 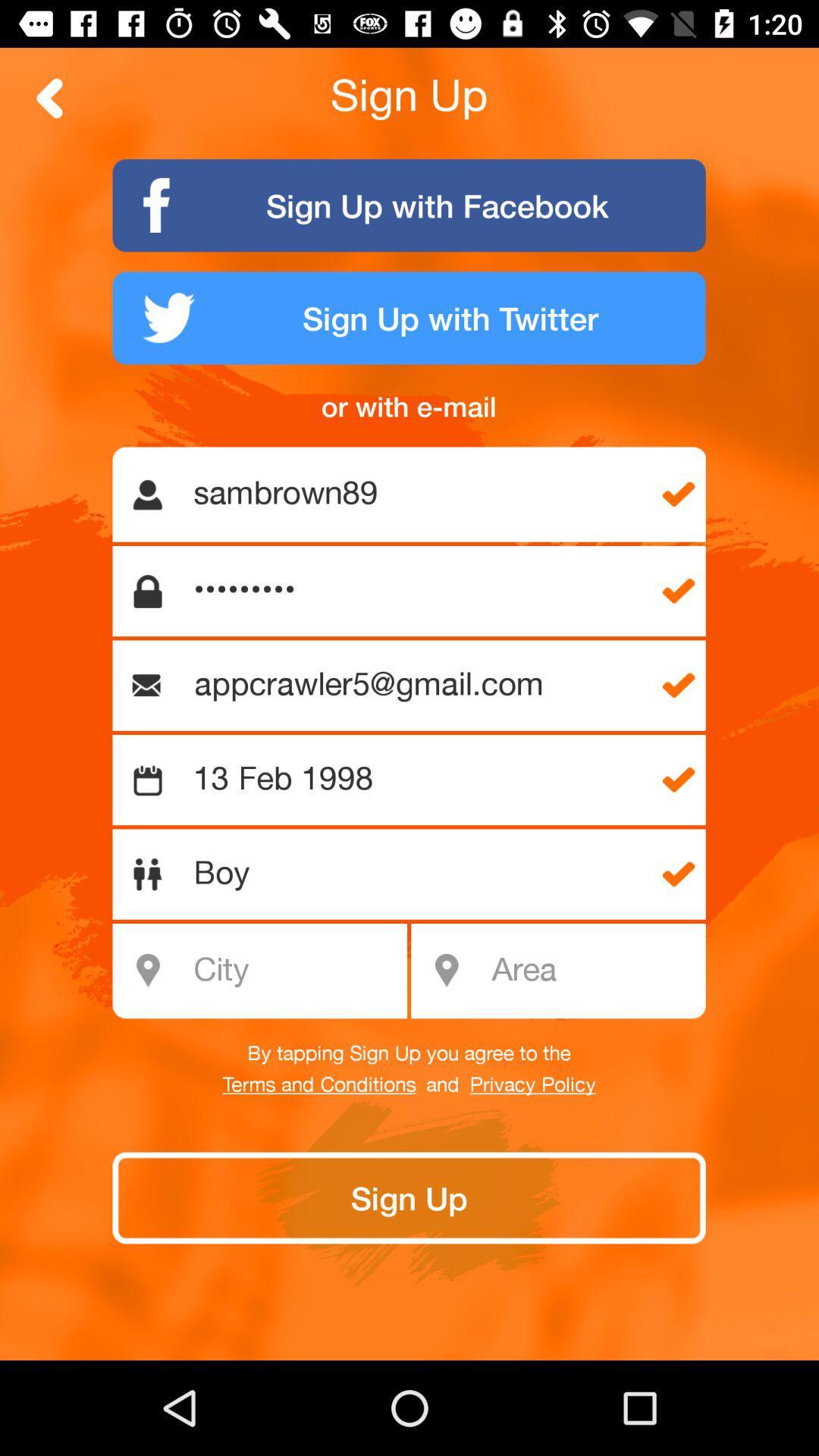 I want to click on item below the by tapping sign, so click(x=532, y=1084).